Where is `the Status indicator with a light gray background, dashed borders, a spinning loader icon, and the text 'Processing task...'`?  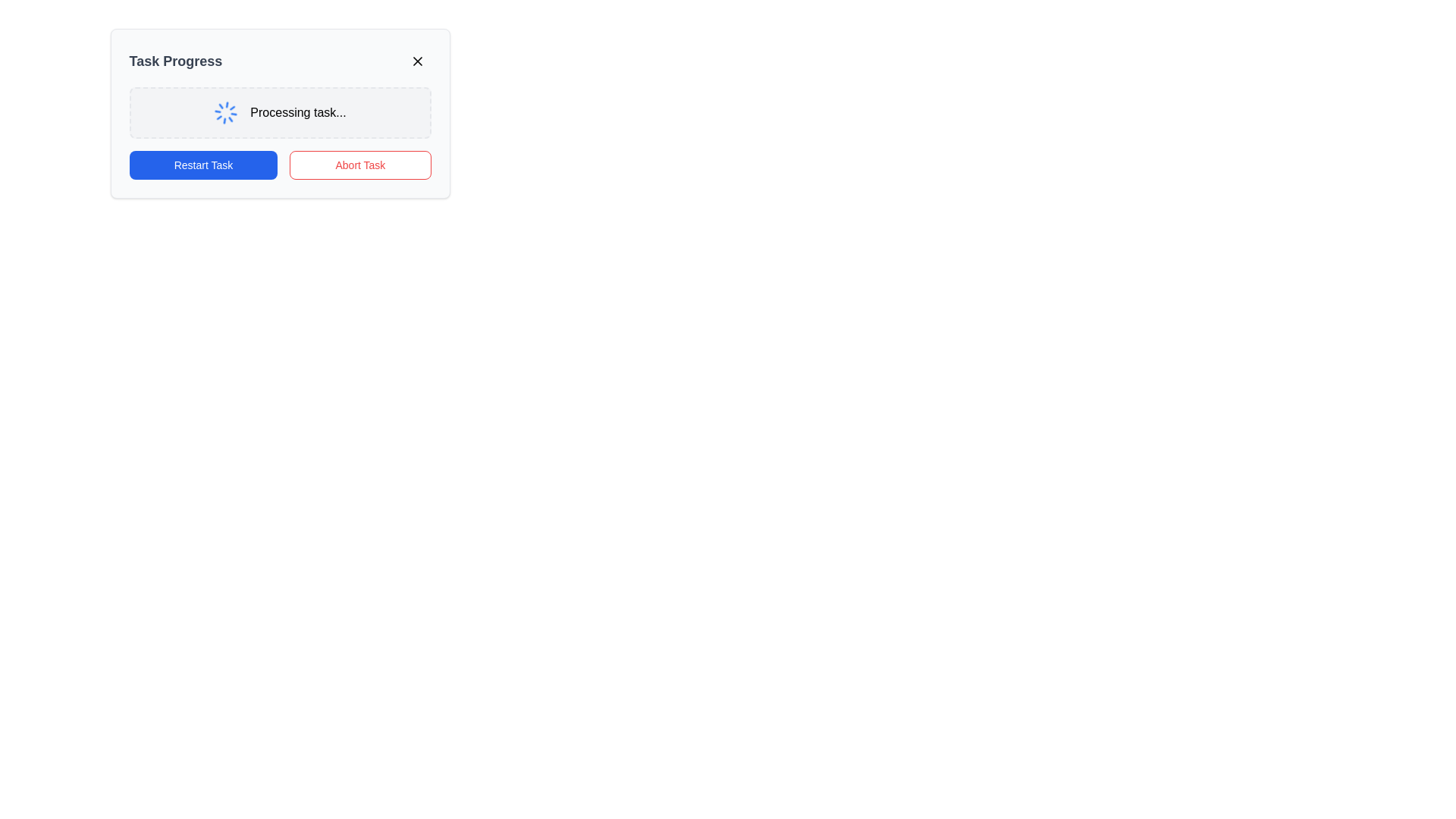 the Status indicator with a light gray background, dashed borders, a spinning loader icon, and the text 'Processing task...' is located at coordinates (280, 112).